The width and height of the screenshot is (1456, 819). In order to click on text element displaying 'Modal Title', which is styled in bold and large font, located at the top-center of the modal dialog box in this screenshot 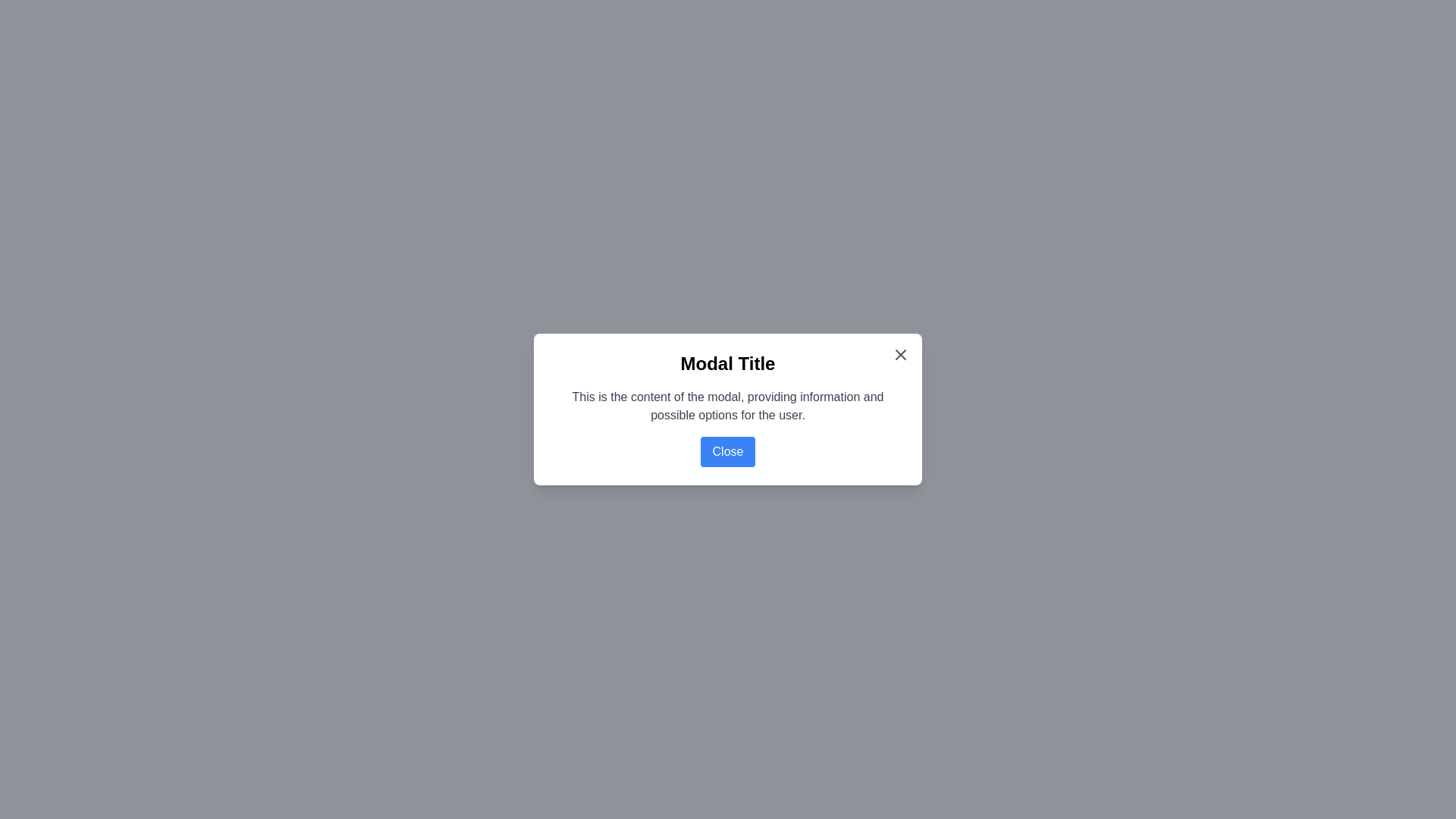, I will do `click(728, 363)`.